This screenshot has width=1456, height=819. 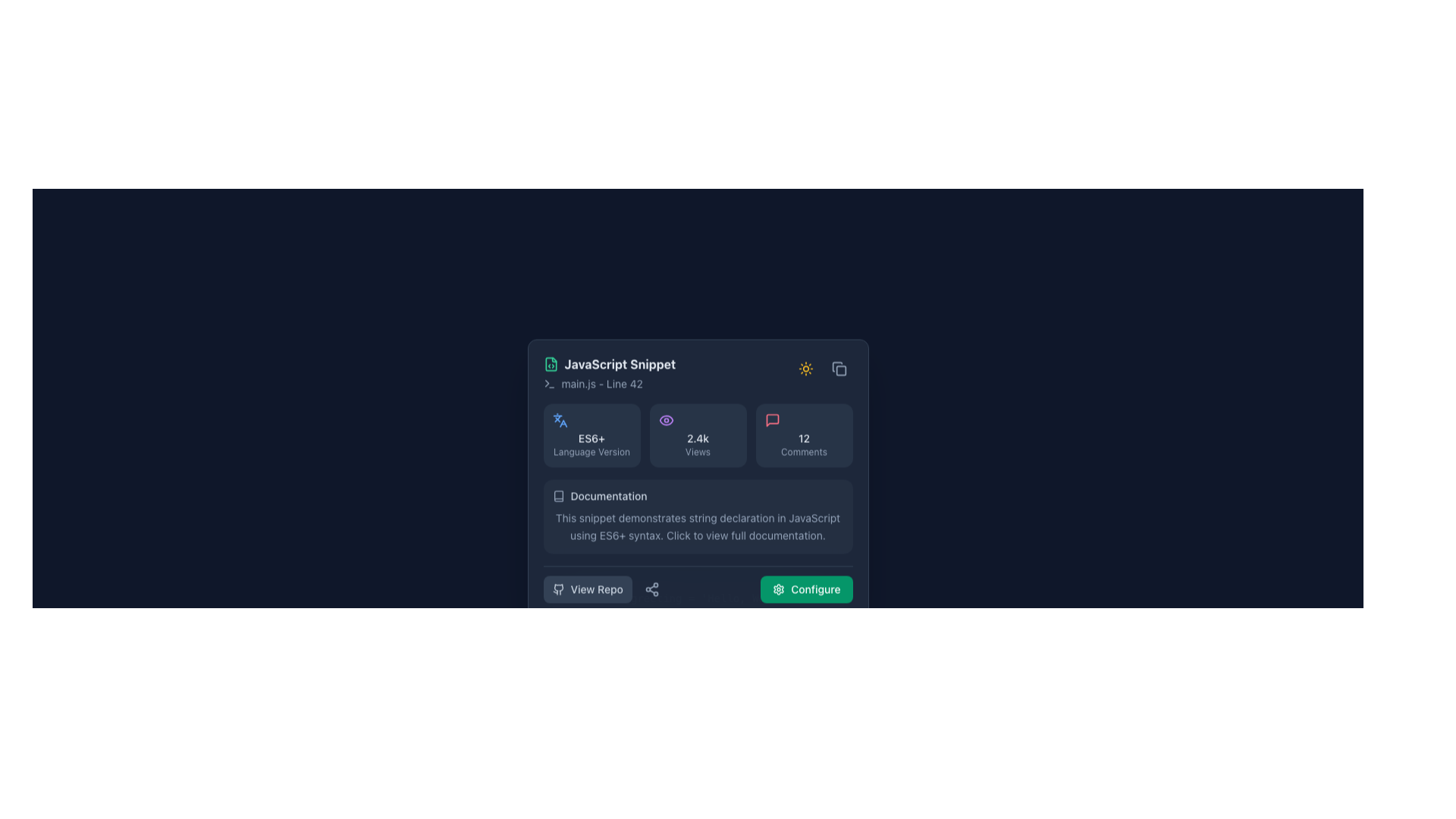 What do you see at coordinates (548, 383) in the screenshot?
I see `the SVG icon representing a terminal or command-line interface, which is located to the immediate left of the text 'main.js - Line 42'` at bounding box center [548, 383].